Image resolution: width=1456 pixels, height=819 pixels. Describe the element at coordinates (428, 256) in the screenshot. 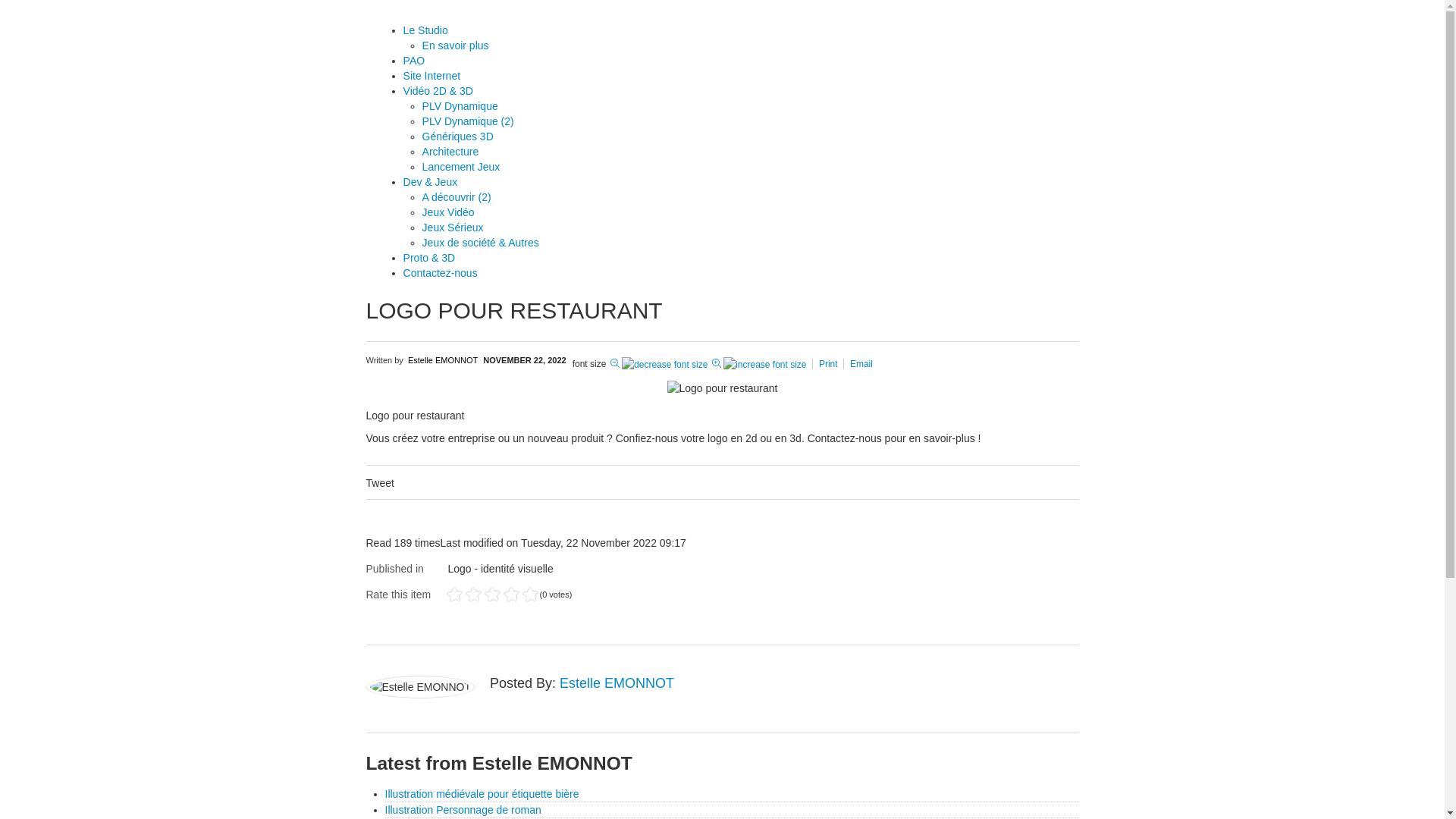

I see `'Proto & 3D'` at that location.